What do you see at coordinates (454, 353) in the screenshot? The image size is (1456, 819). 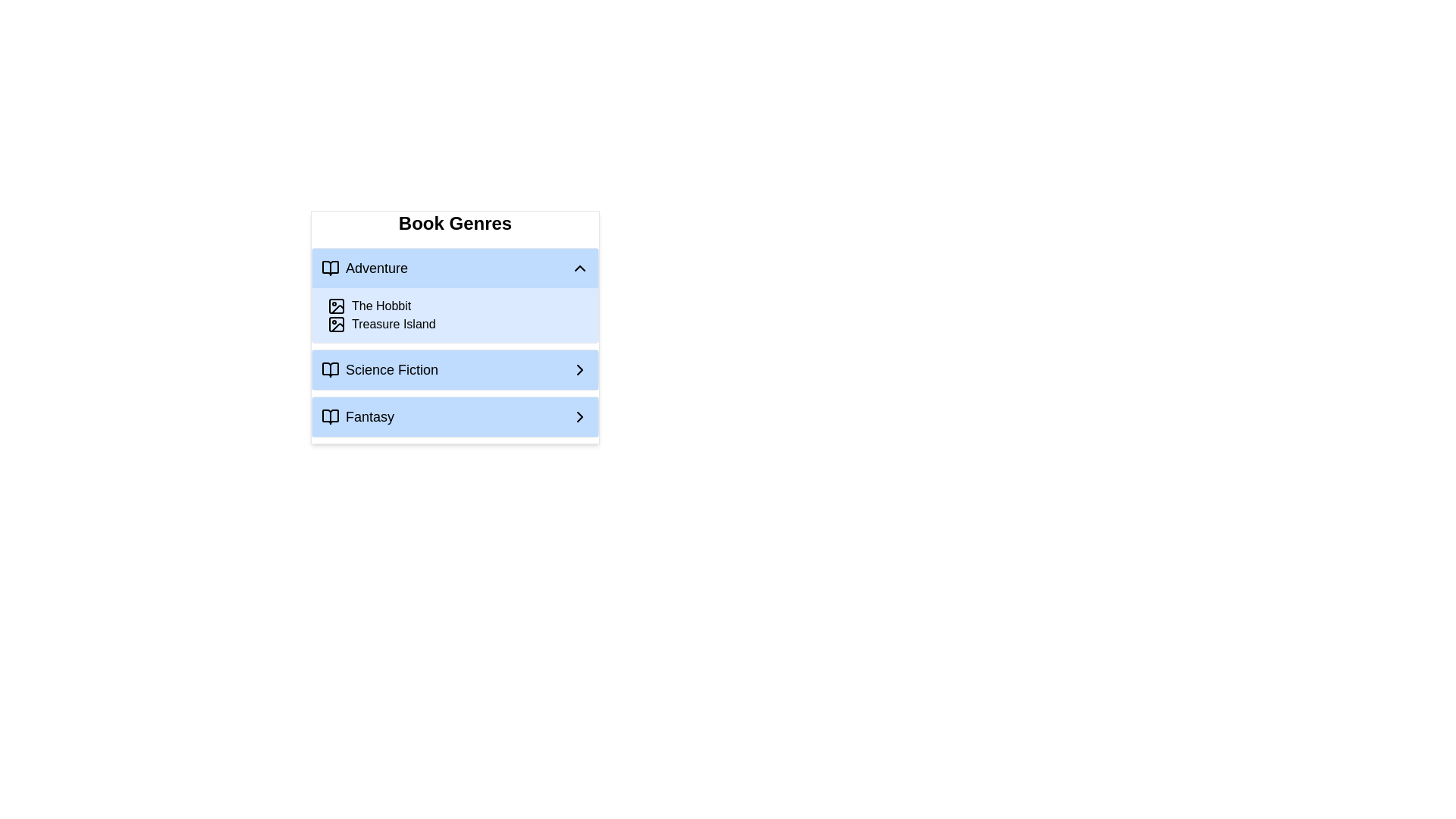 I see `the 'Science Fiction' menu item with a blue background and white text, located` at bounding box center [454, 353].